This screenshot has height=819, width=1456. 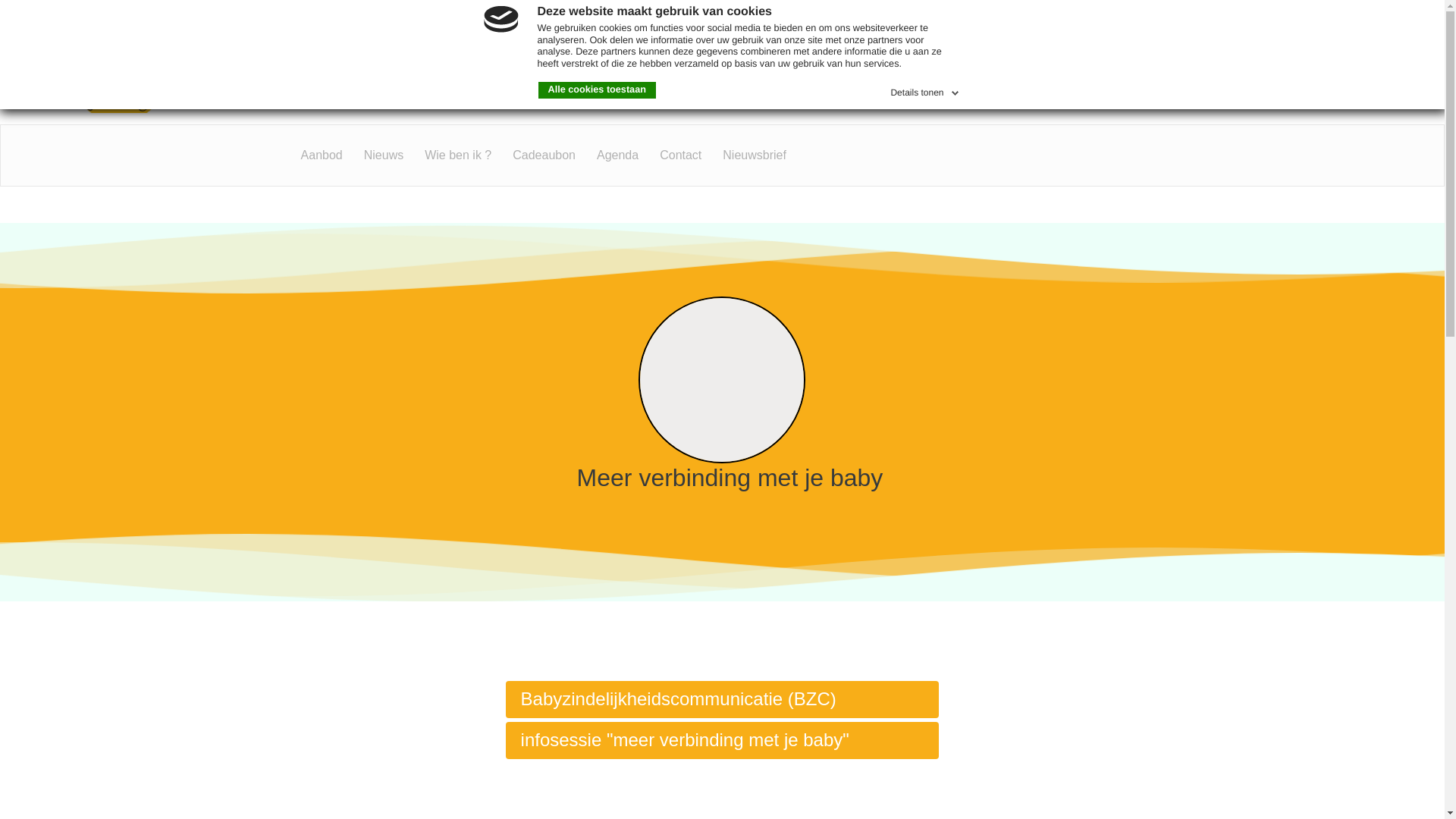 What do you see at coordinates (722, 739) in the screenshot?
I see `'infosessie "meer verbinding met je baby"'` at bounding box center [722, 739].